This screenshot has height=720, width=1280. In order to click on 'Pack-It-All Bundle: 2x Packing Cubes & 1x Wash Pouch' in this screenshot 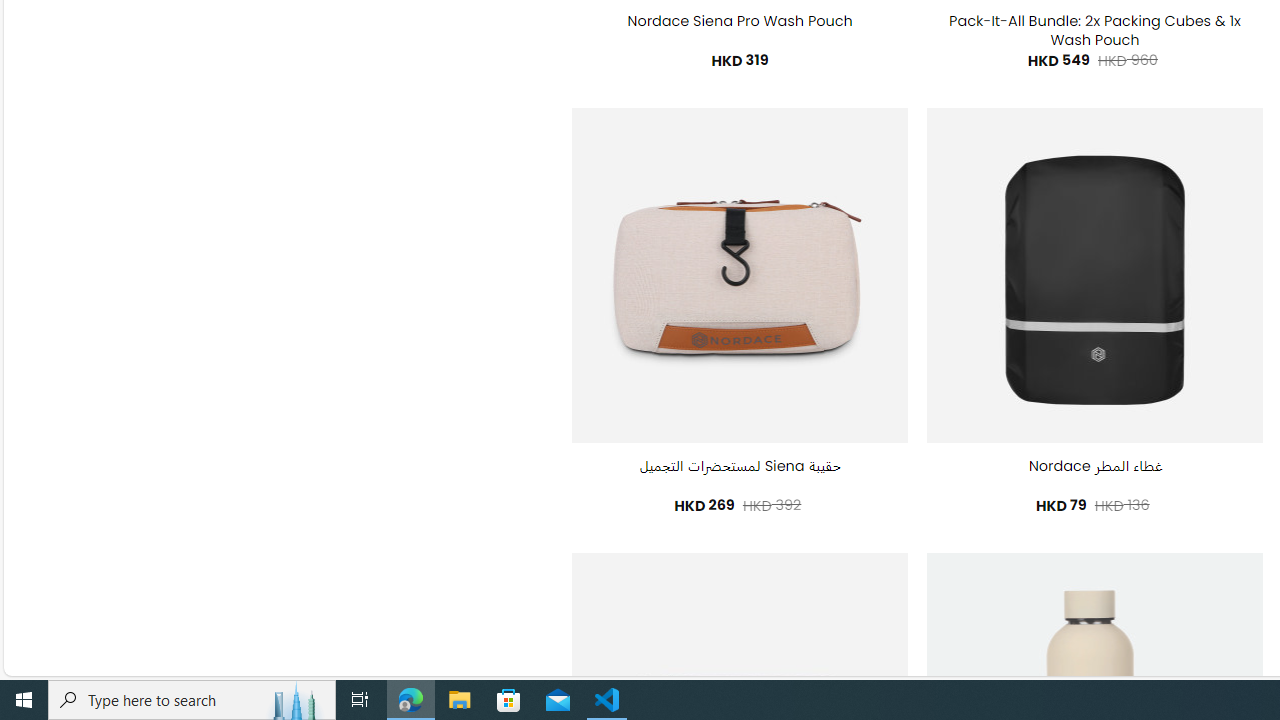, I will do `click(1094, 30)`.